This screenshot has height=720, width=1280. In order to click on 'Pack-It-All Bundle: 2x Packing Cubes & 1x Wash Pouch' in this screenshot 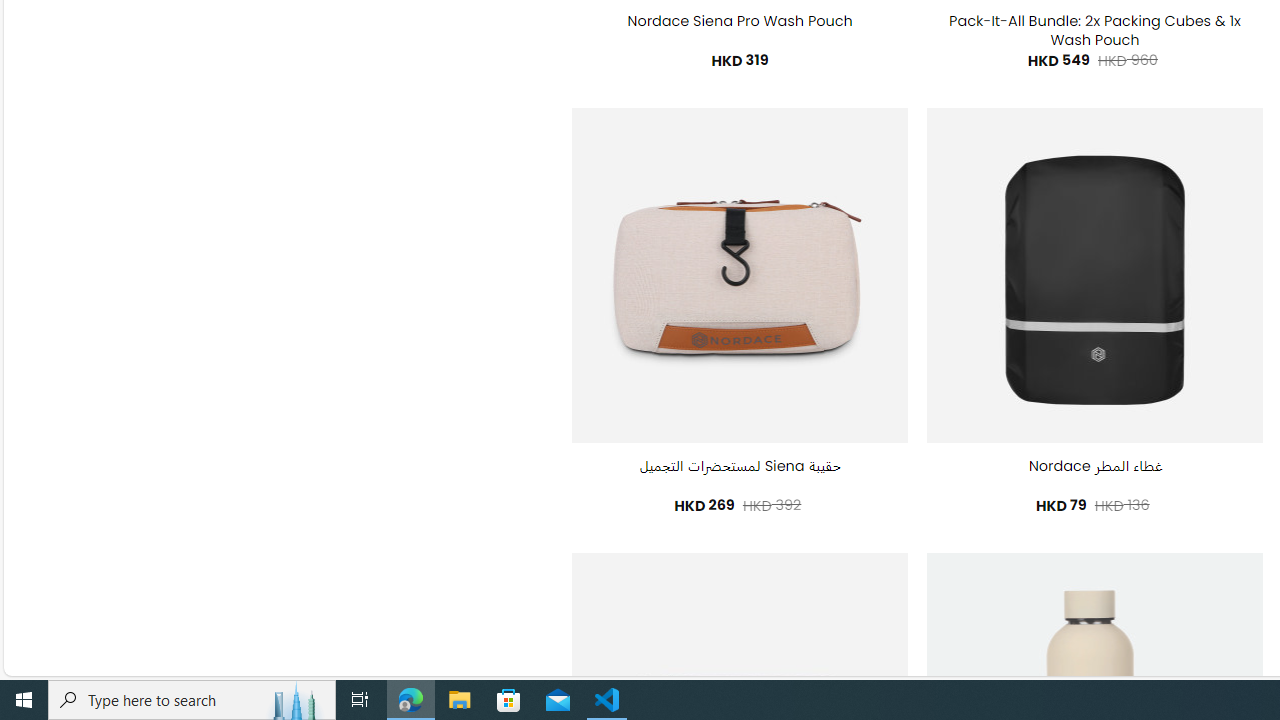, I will do `click(1094, 30)`.